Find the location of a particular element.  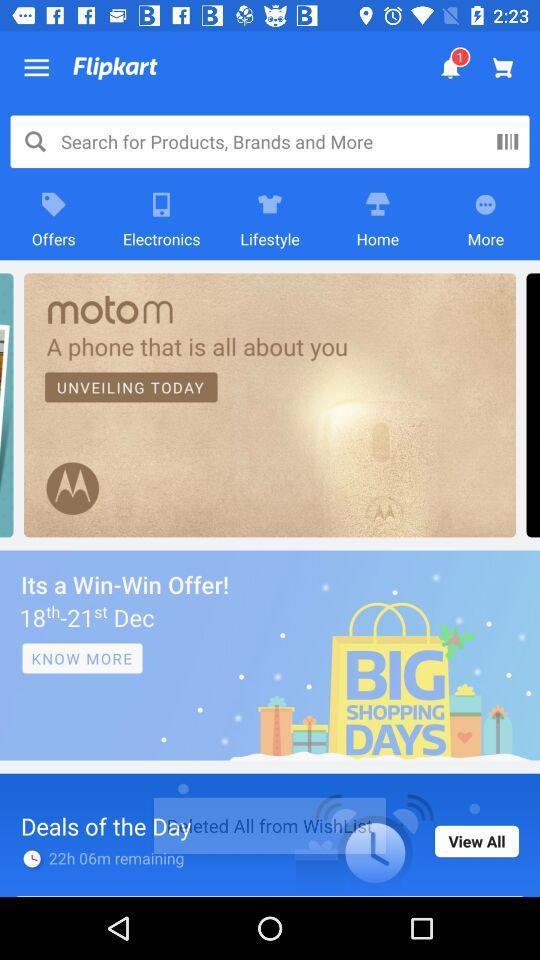

the item next to search for products item is located at coordinates (507, 140).